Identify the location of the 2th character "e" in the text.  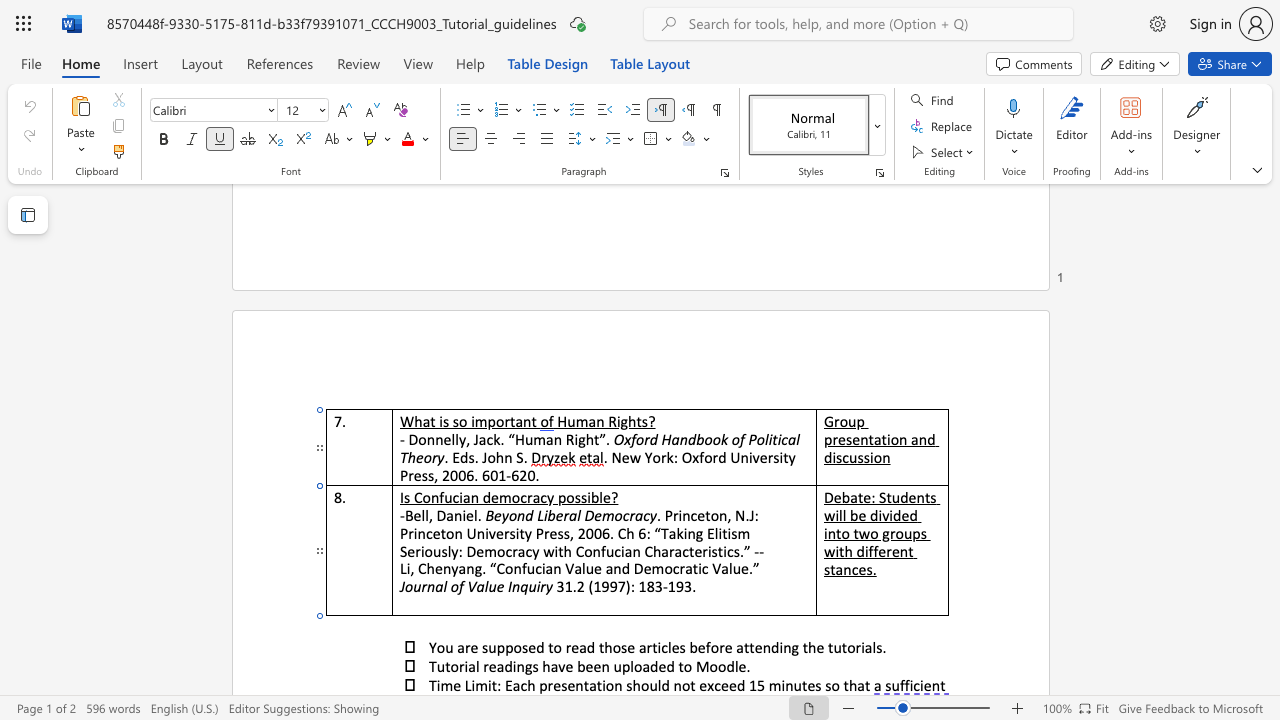
(559, 514).